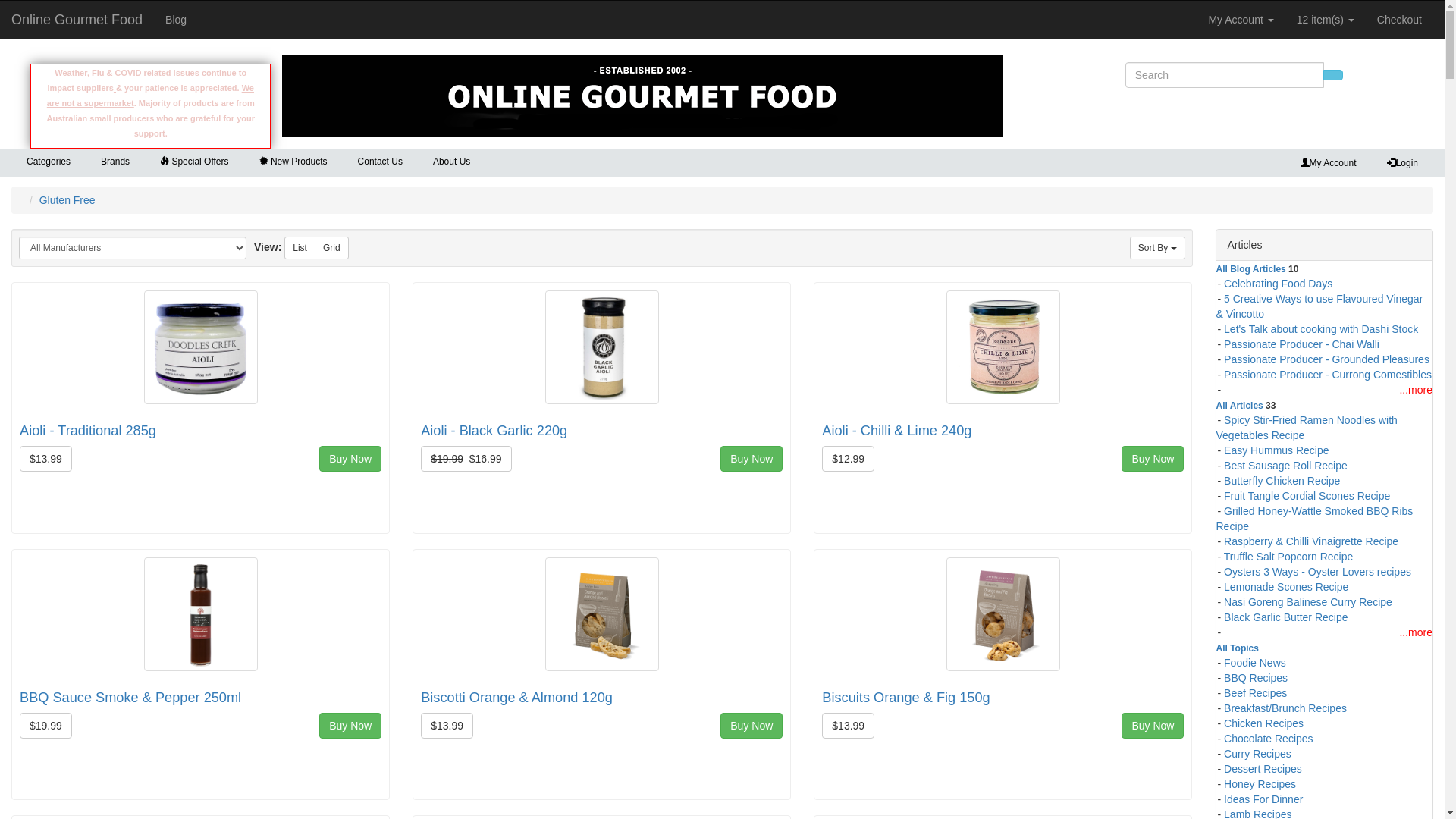 The image size is (1456, 819). Describe the element at coordinates (516, 698) in the screenshot. I see `'Biscotti Orange & Almond 120g'` at that location.